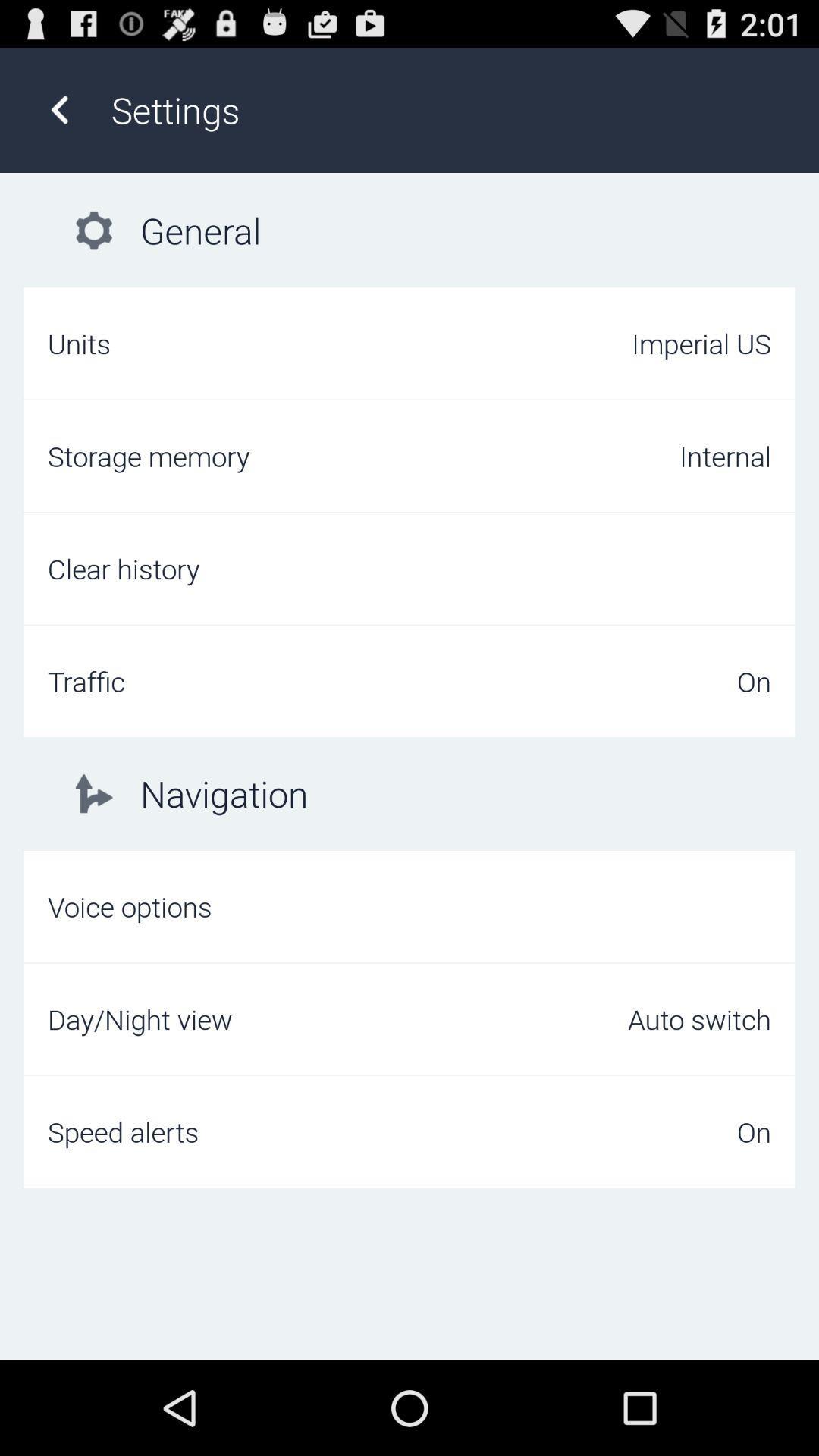 The width and height of the screenshot is (819, 1456). What do you see at coordinates (58, 109) in the screenshot?
I see `the item to the left of settings` at bounding box center [58, 109].